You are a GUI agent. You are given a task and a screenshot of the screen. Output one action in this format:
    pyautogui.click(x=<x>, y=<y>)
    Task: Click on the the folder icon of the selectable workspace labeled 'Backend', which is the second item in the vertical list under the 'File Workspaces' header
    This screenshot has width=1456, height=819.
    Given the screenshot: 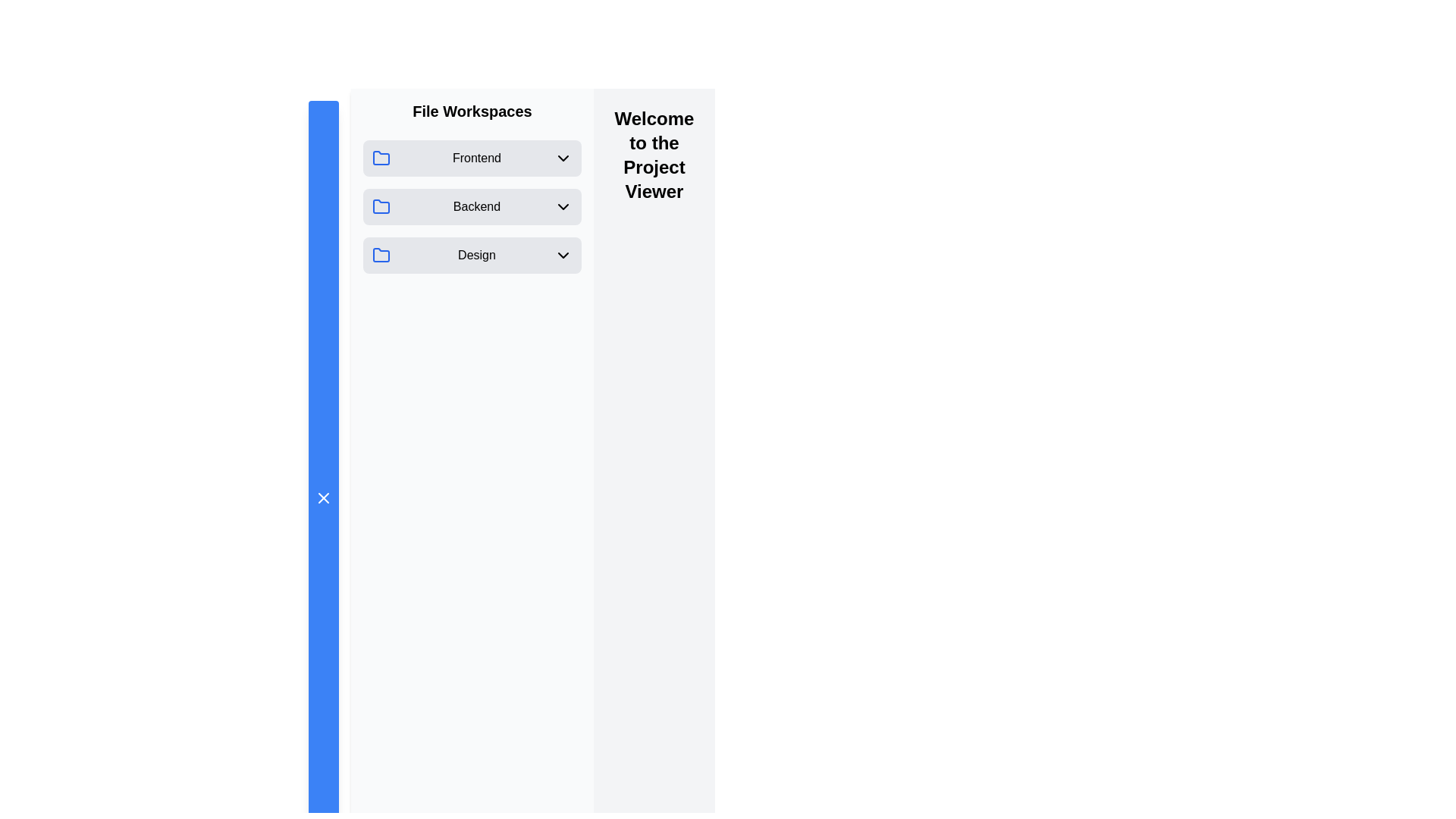 What is the action you would take?
    pyautogui.click(x=472, y=207)
    